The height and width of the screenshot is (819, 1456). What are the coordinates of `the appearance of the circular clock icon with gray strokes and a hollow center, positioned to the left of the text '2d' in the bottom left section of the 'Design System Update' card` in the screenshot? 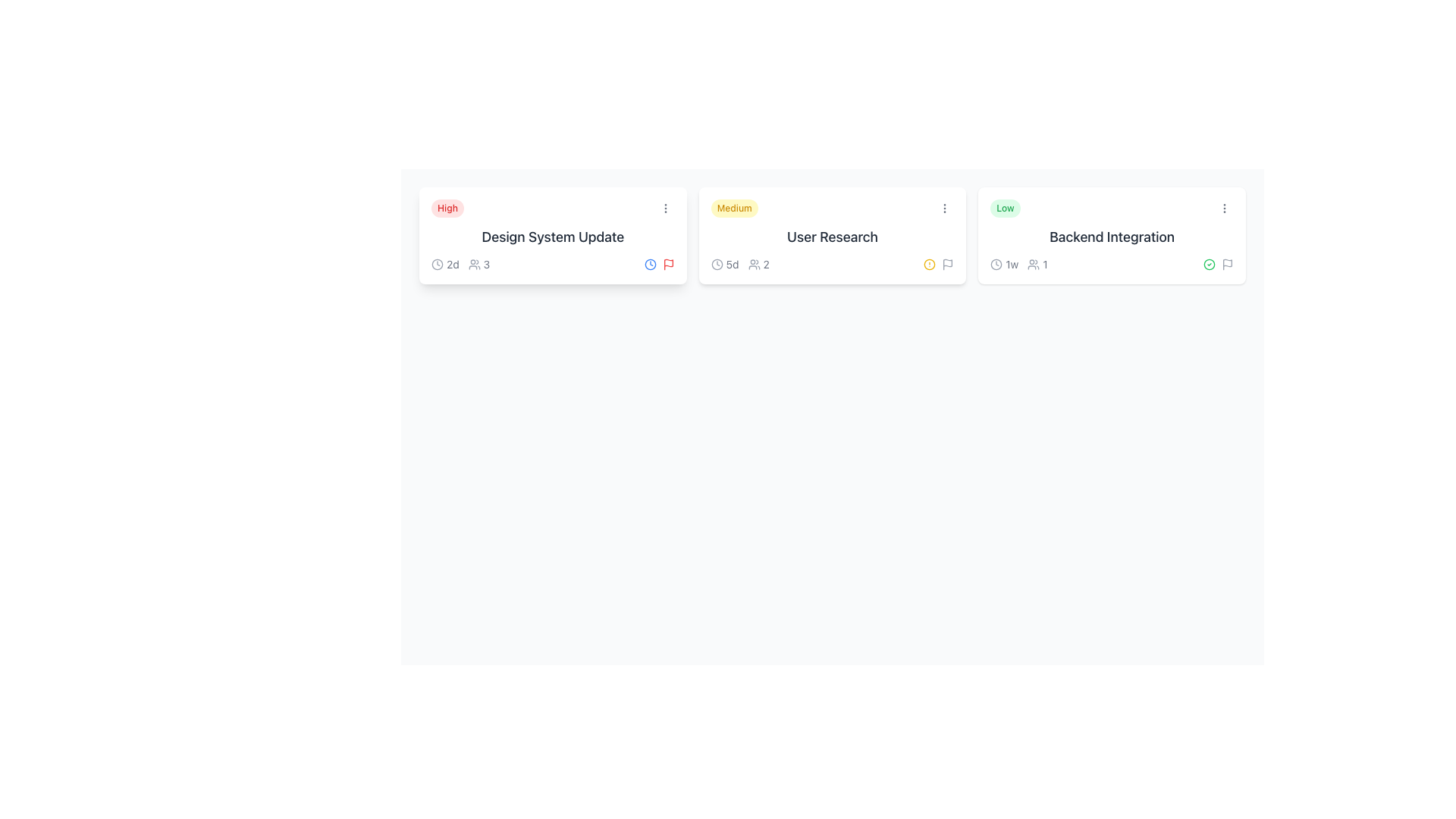 It's located at (436, 263).